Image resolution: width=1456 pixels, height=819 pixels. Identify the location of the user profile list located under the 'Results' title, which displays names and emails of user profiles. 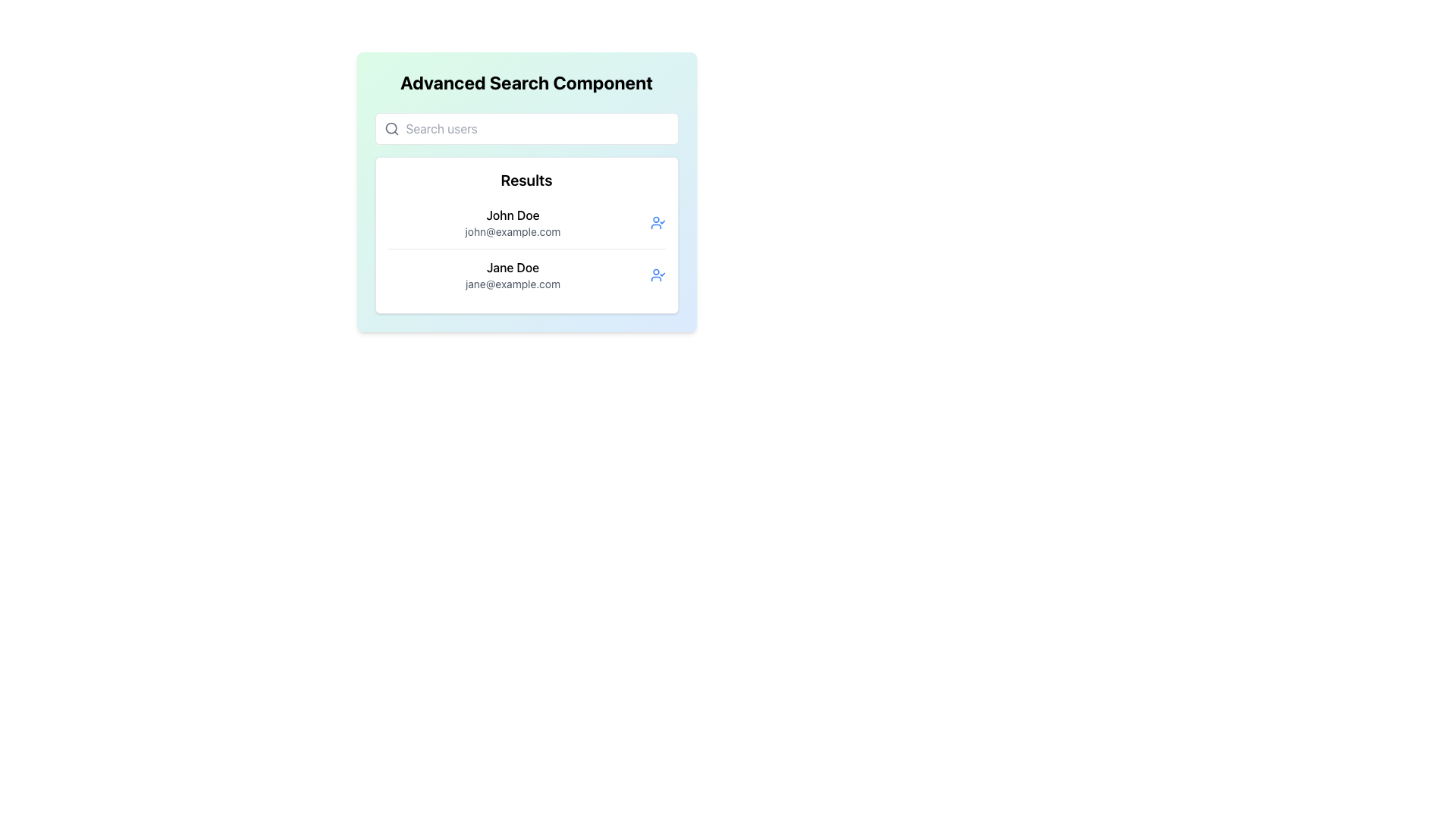
(526, 248).